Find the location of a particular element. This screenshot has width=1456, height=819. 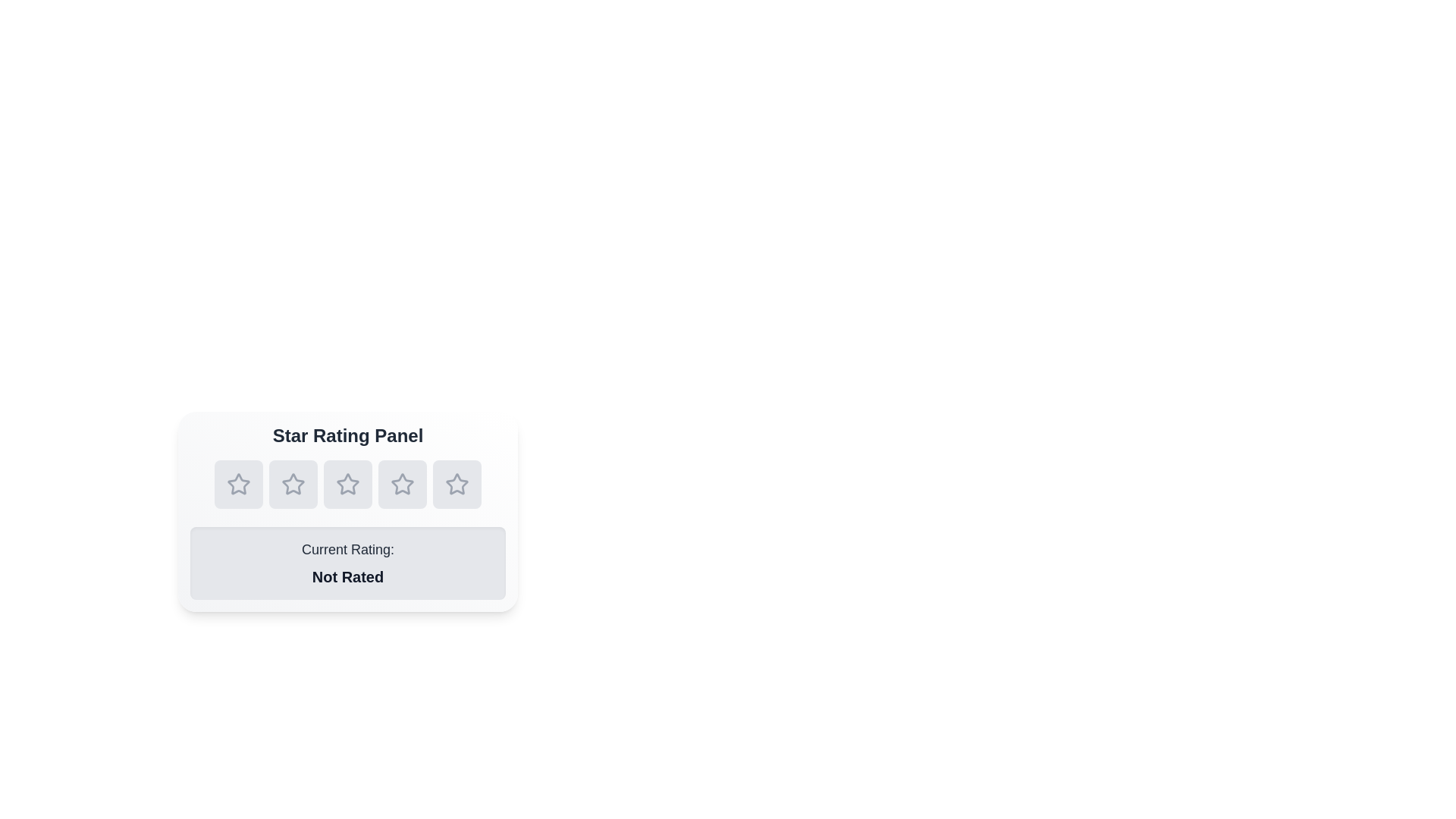

the star rating row in the interactive rating panel component is located at coordinates (347, 512).